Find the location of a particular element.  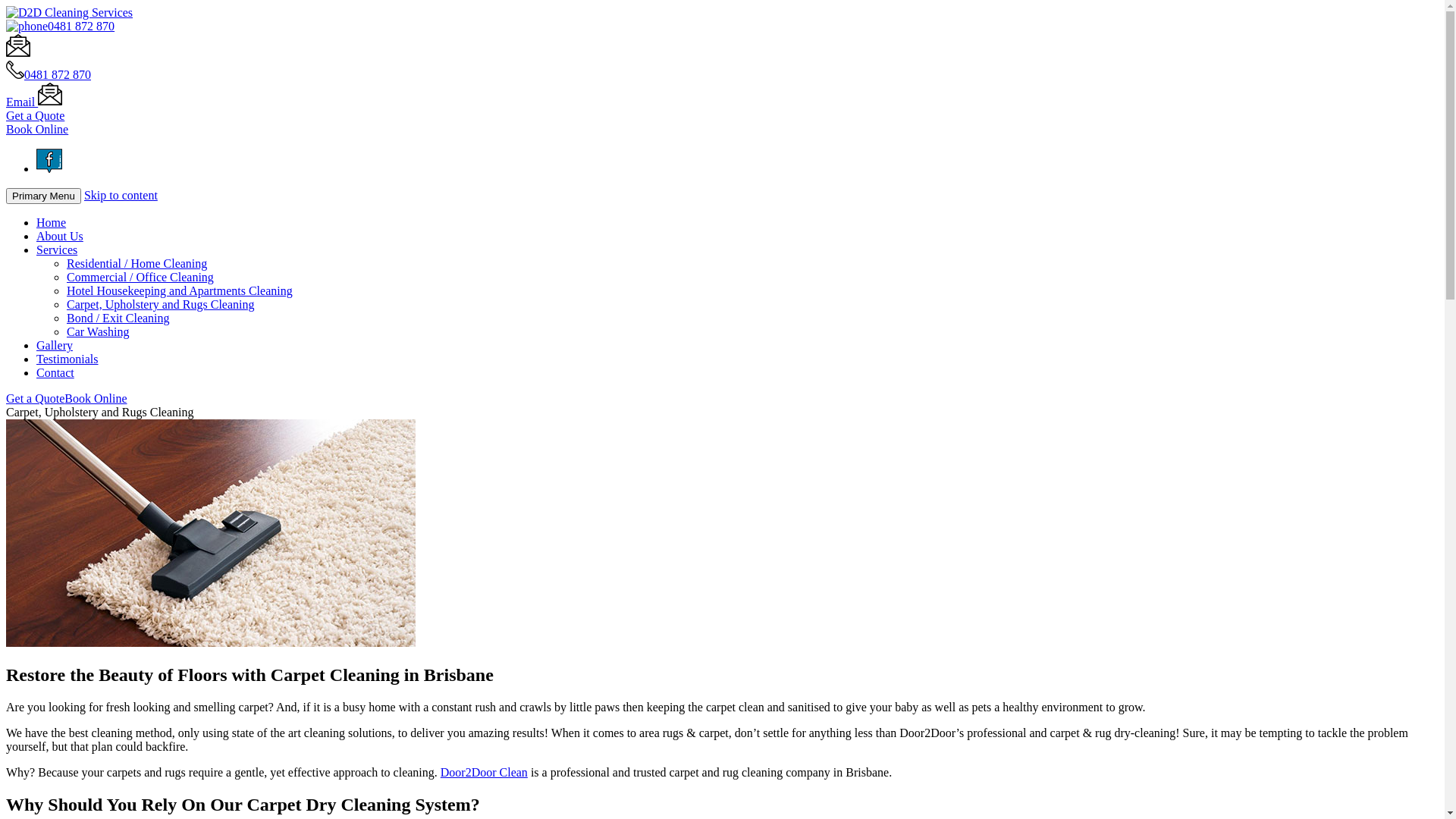

'Bond / Exit Cleaning' is located at coordinates (118, 317).